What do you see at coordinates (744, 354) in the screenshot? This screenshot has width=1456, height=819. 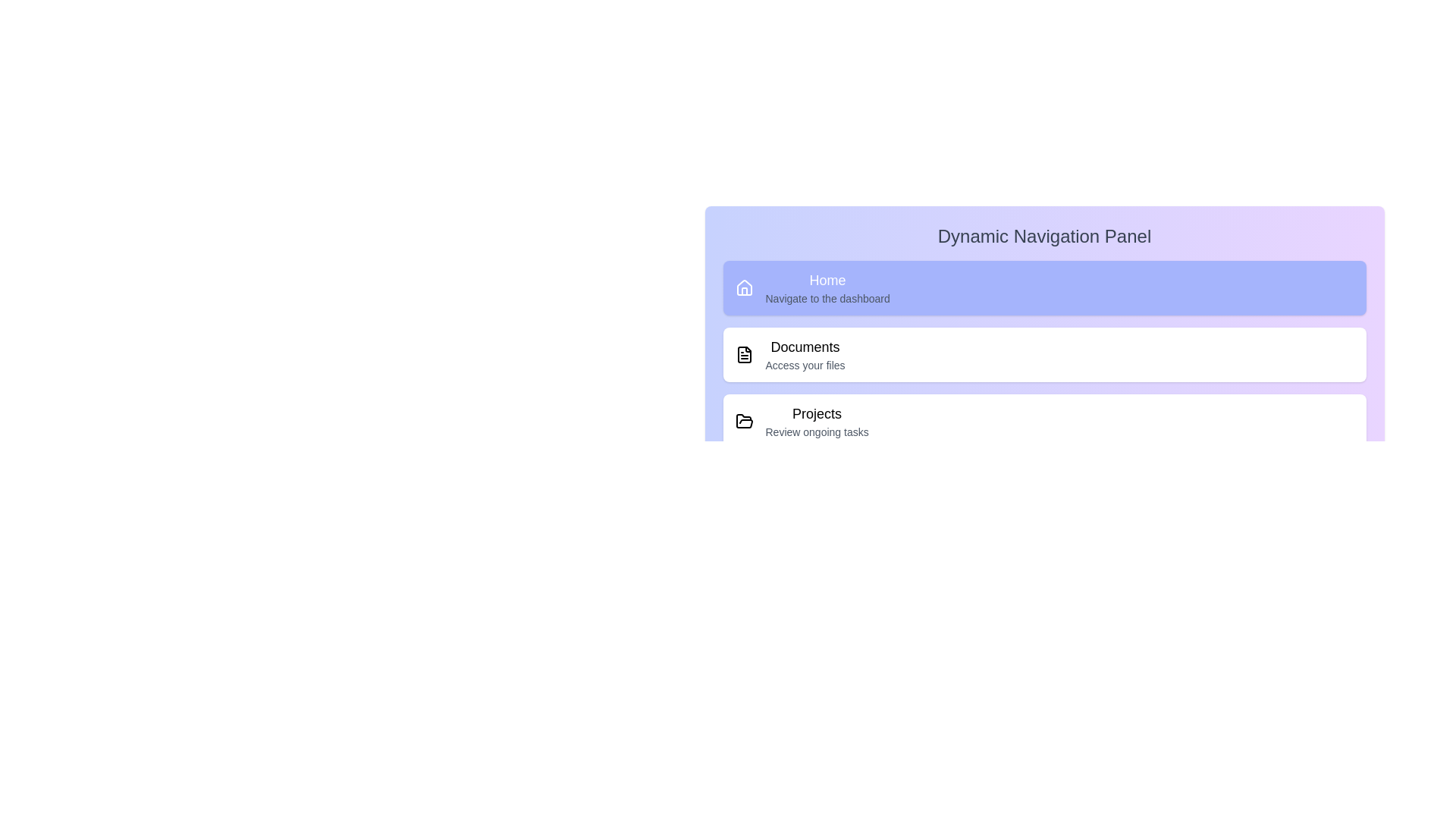 I see `the icon corresponding to Documents` at bounding box center [744, 354].